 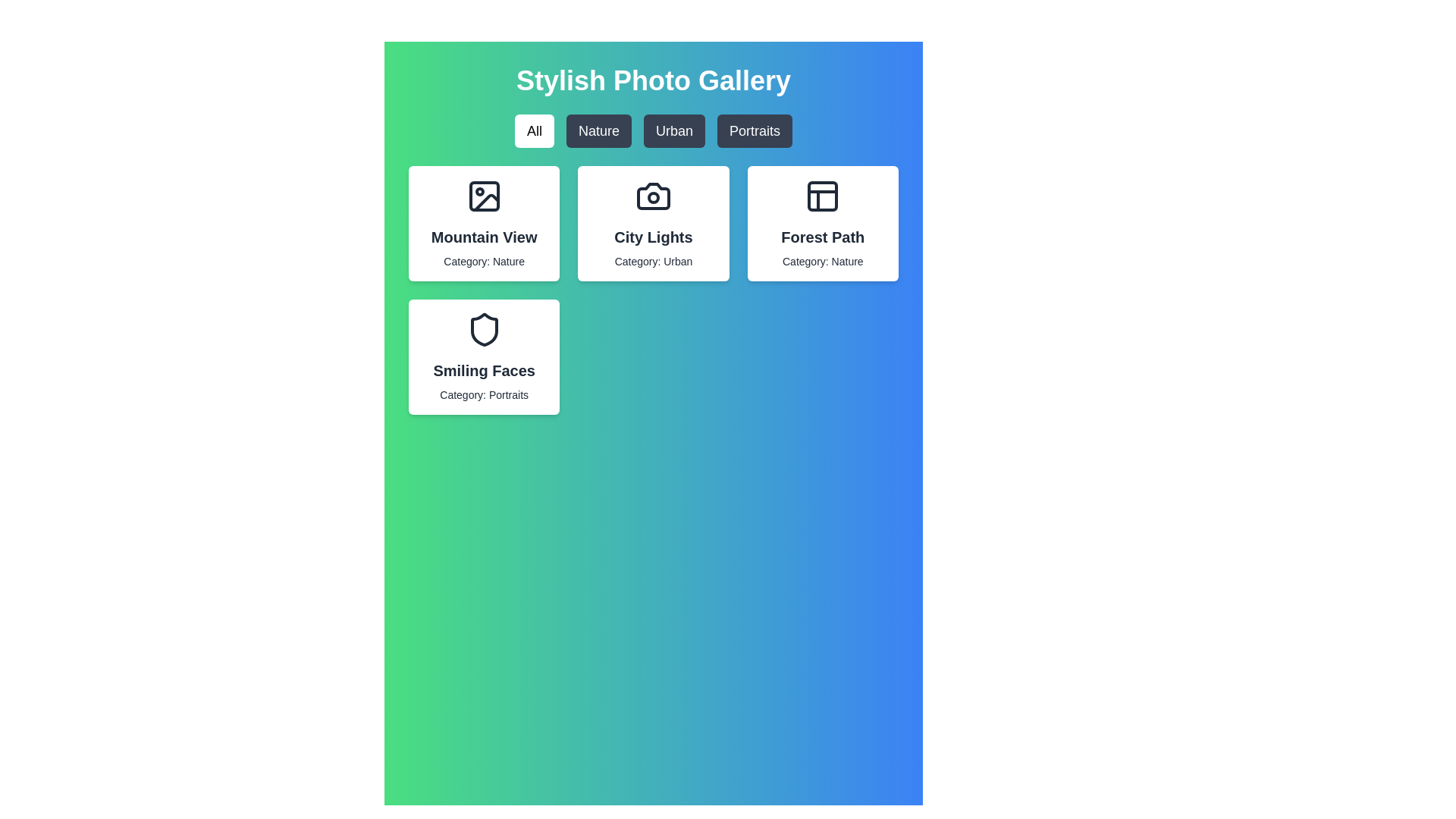 I want to click on the filter toggle button for 'Nature' in the Stylish Photo Gallery, so click(x=598, y=130).